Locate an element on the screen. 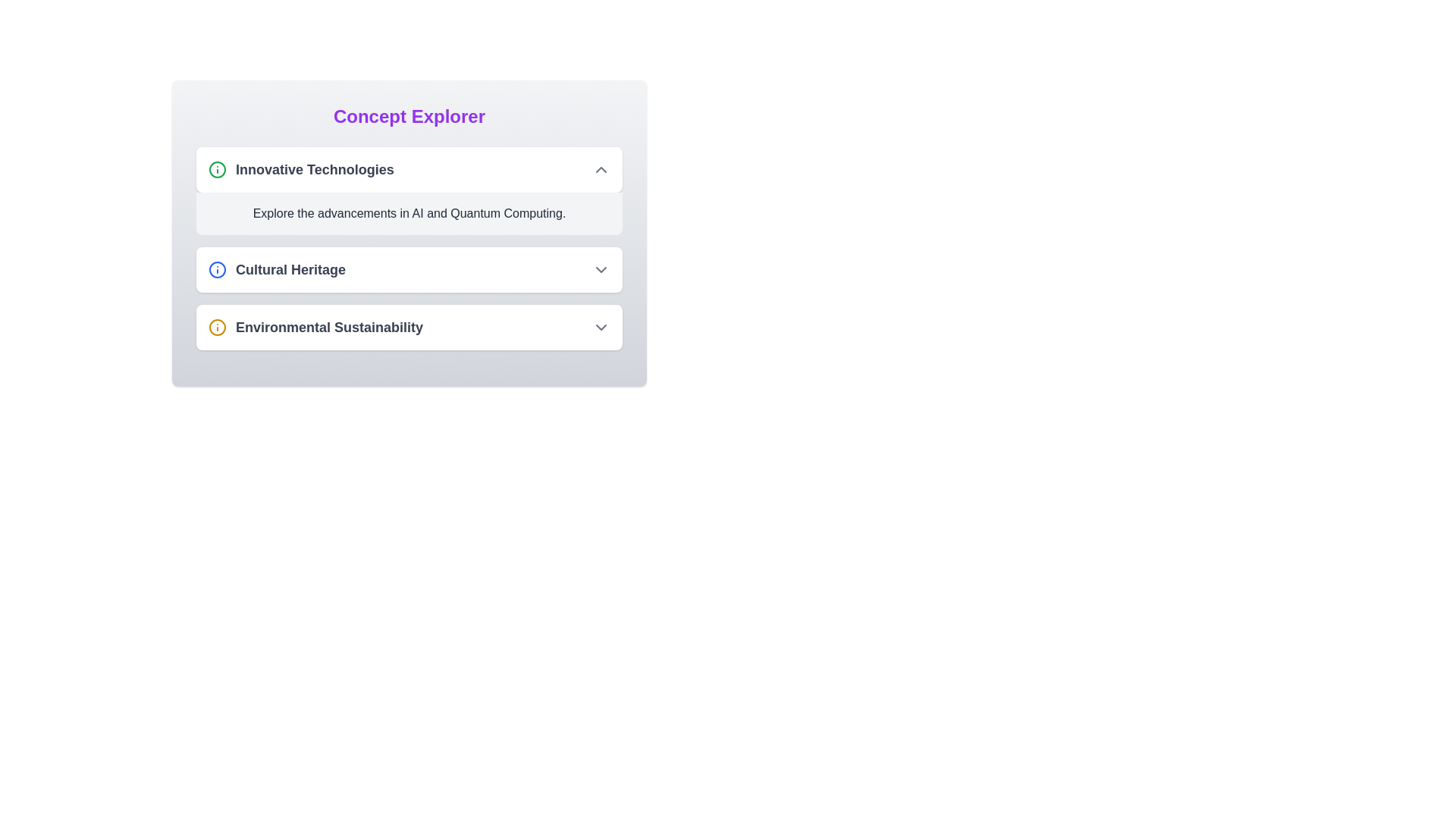 The width and height of the screenshot is (1456, 819). the Chevron icon located to the right of 'Innovative Technologies' in the 'Concept Explorer' panel is located at coordinates (600, 169).